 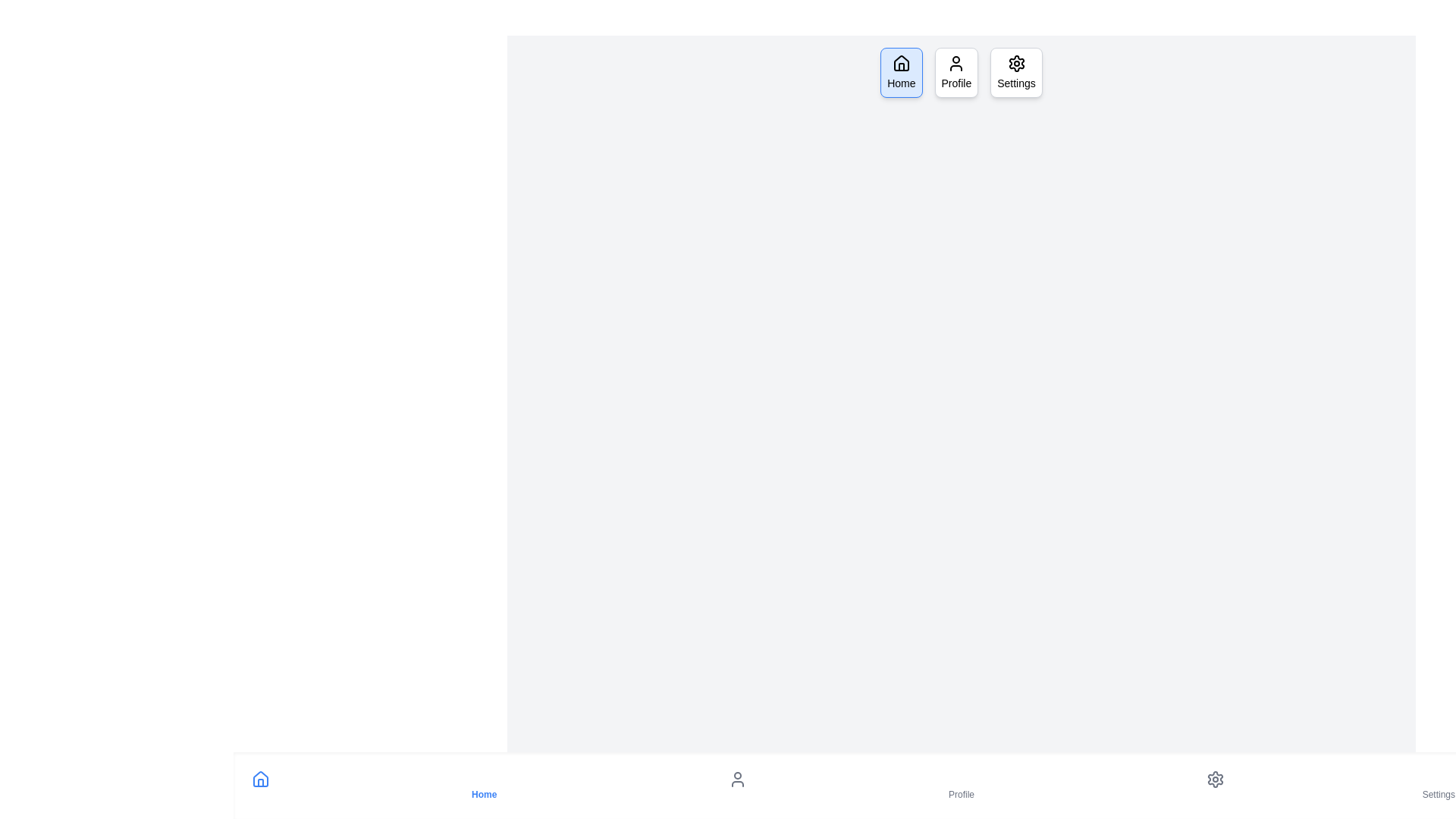 What do you see at coordinates (483, 785) in the screenshot?
I see `the Home navigation button located in the bottom navigation bar to redirect to the Home page` at bounding box center [483, 785].